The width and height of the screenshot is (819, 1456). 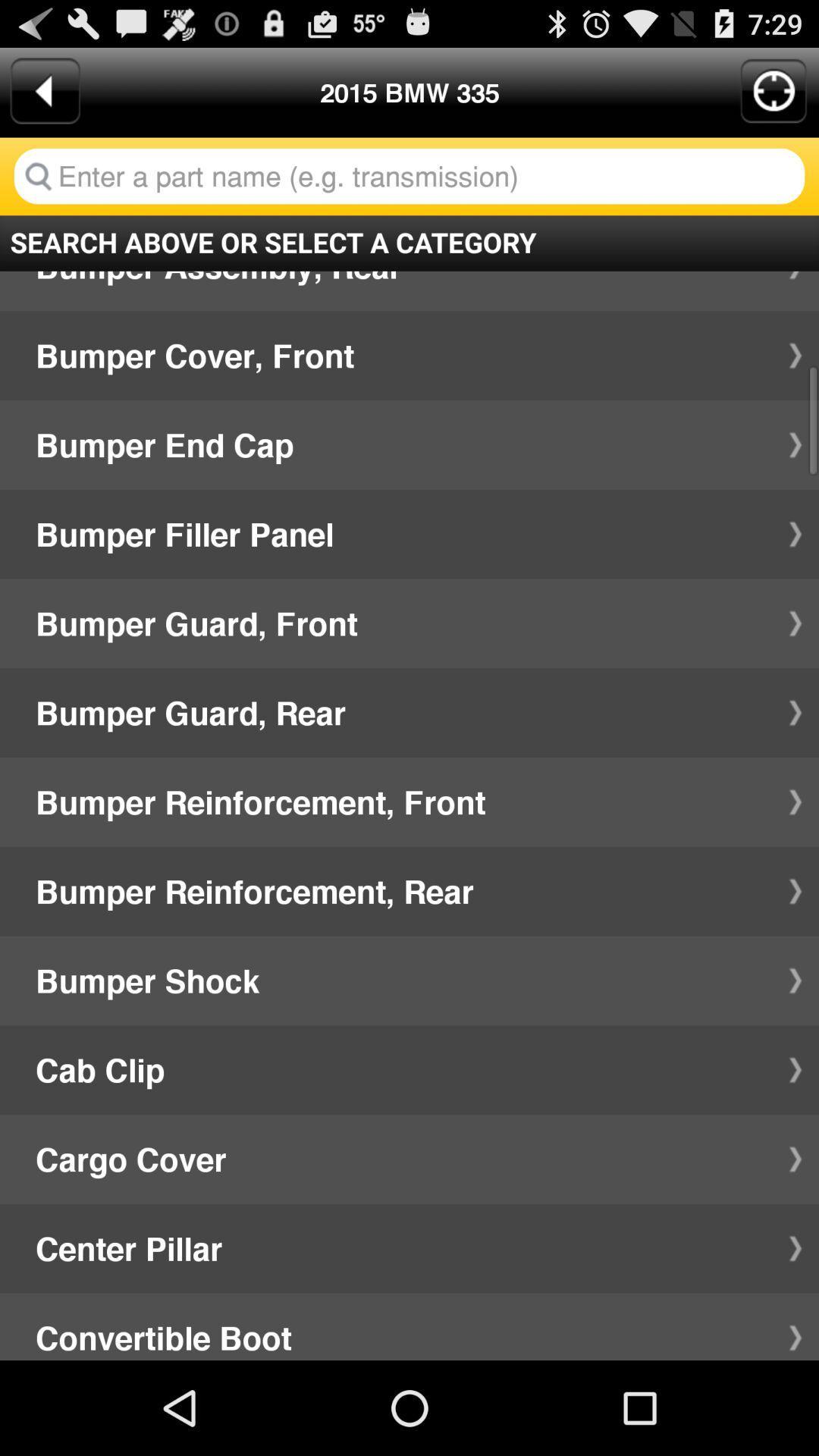 What do you see at coordinates (44, 90) in the screenshot?
I see `the icon to the left of 2015 bmw 335 icon` at bounding box center [44, 90].